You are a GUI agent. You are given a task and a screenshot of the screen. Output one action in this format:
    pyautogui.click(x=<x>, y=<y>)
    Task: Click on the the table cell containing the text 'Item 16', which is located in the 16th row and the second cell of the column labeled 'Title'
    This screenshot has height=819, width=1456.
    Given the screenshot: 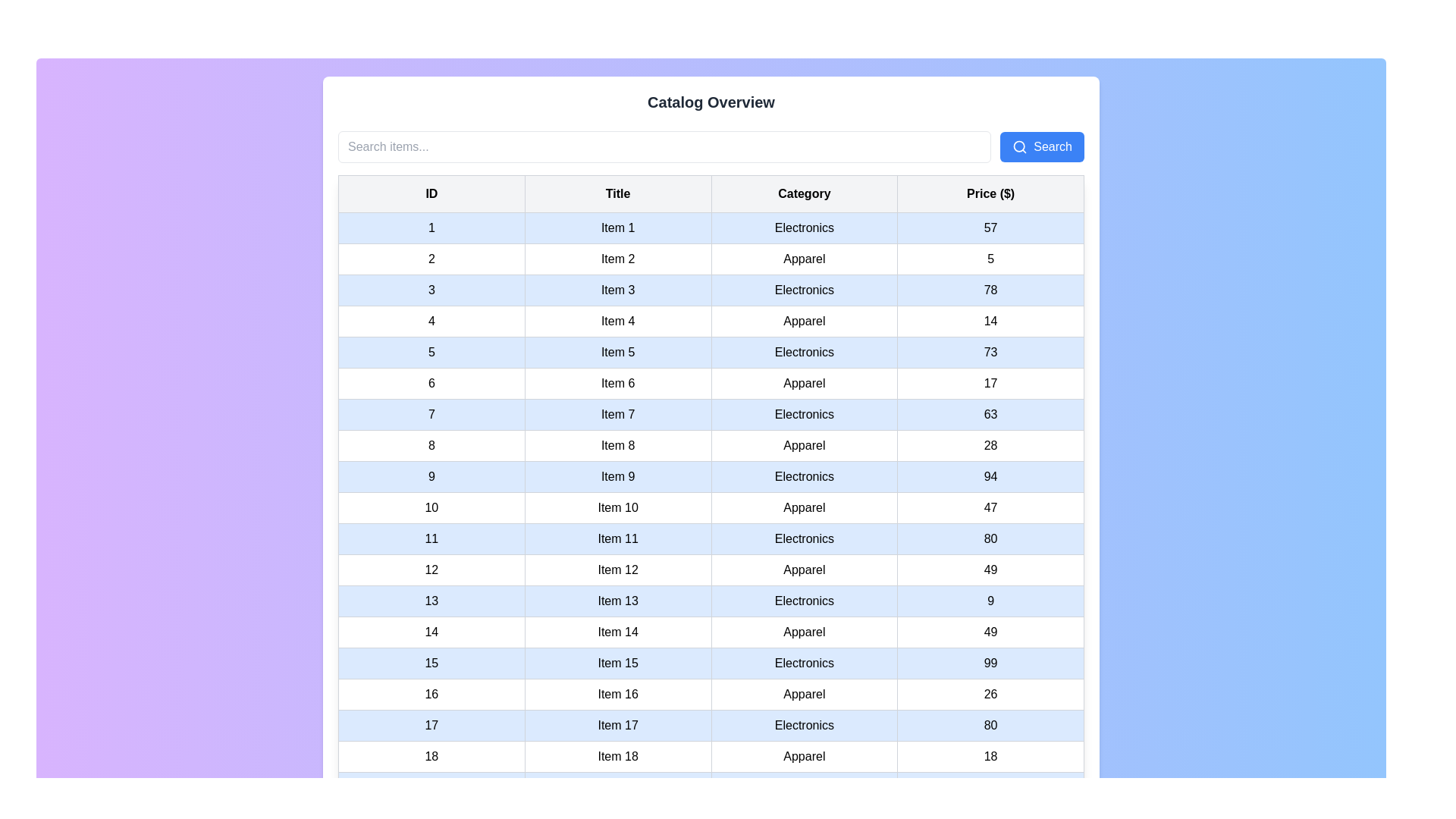 What is the action you would take?
    pyautogui.click(x=618, y=694)
    